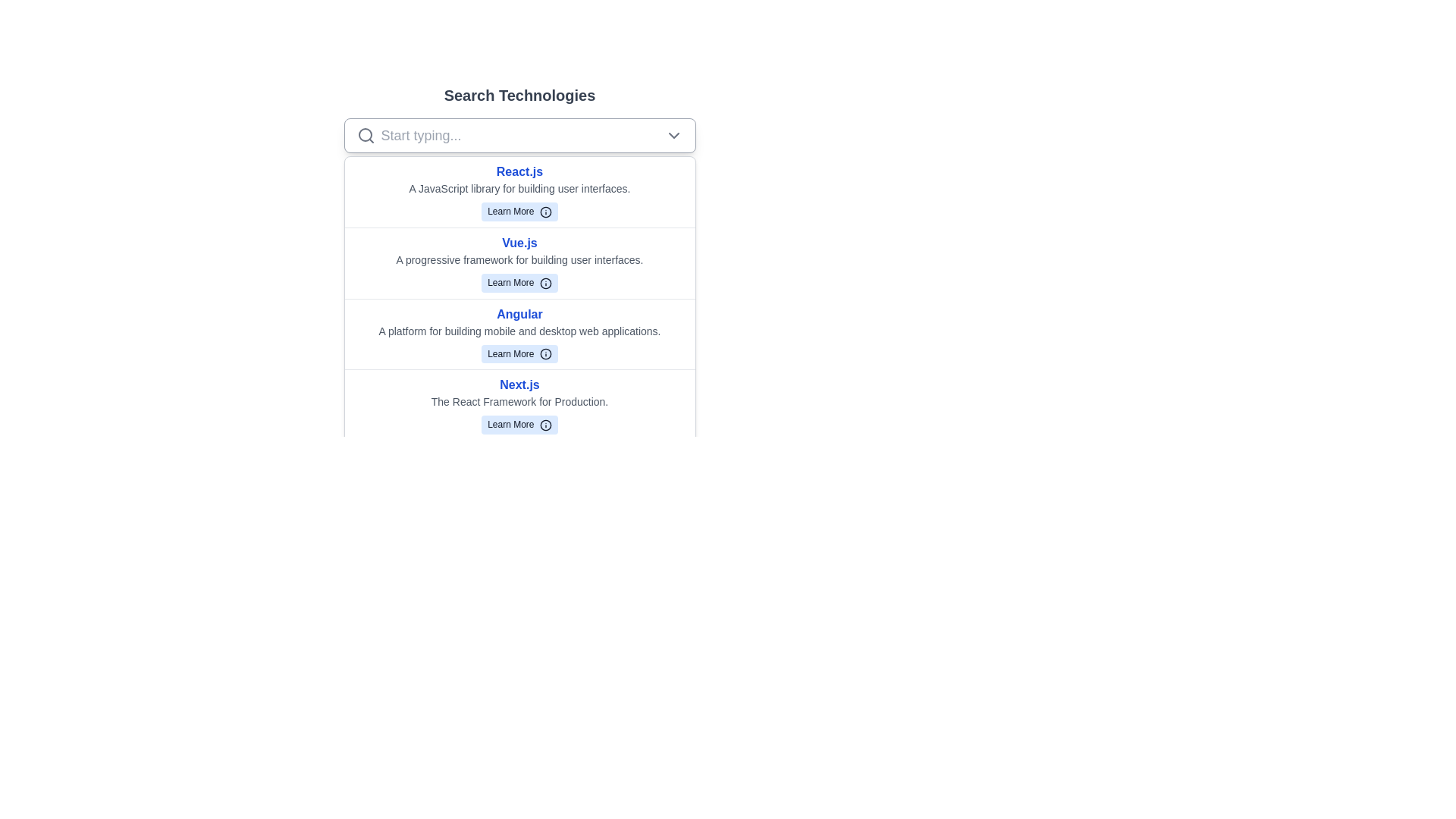 The image size is (1456, 819). I want to click on the SVG circle element that is part of the information icon within the 'Learn More' button for 'Next.js', so click(545, 425).